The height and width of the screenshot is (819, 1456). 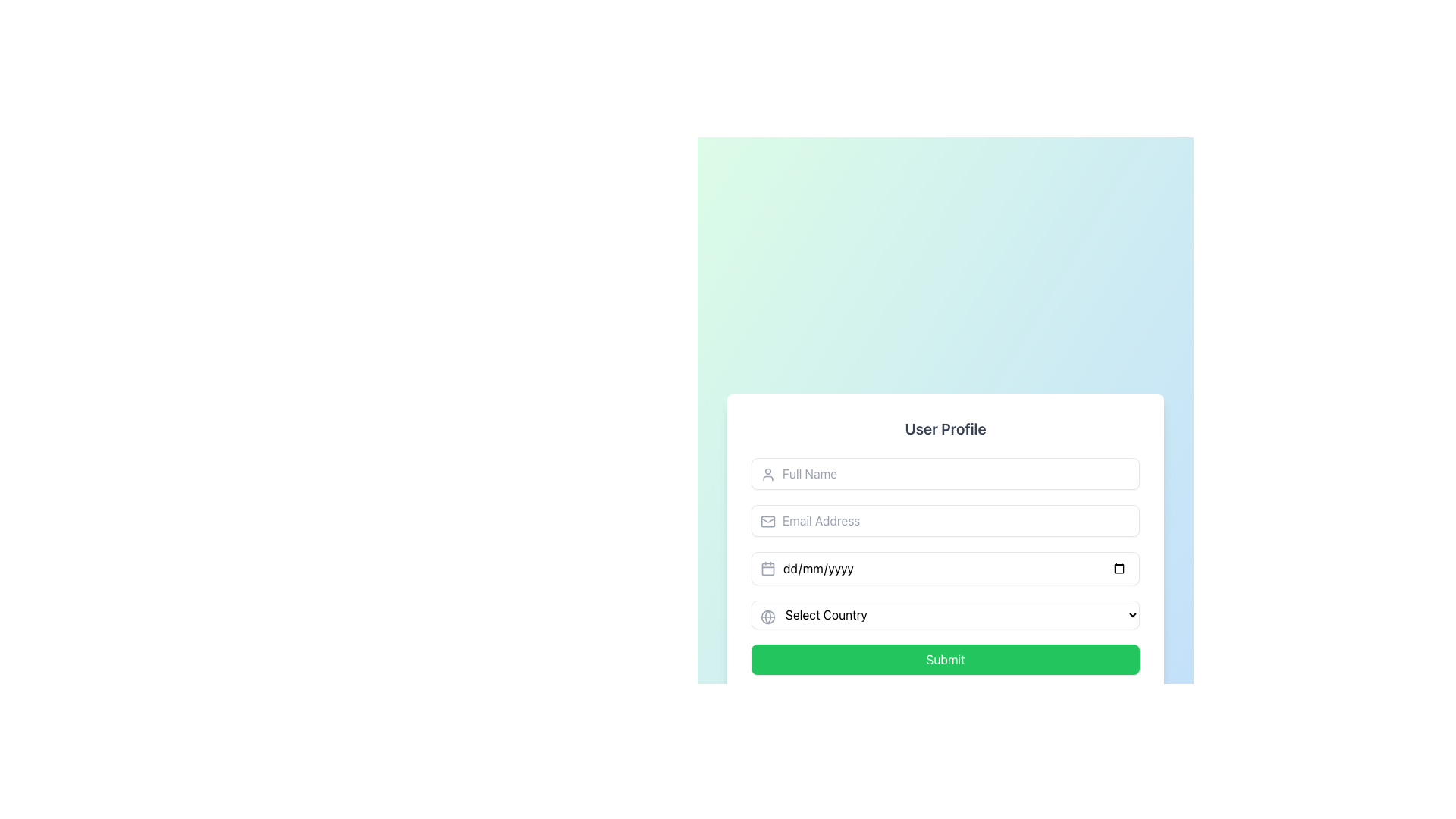 What do you see at coordinates (945, 519) in the screenshot?
I see `the email input field located below the 'Full Name' field and above the 'Date' field in the form layout` at bounding box center [945, 519].